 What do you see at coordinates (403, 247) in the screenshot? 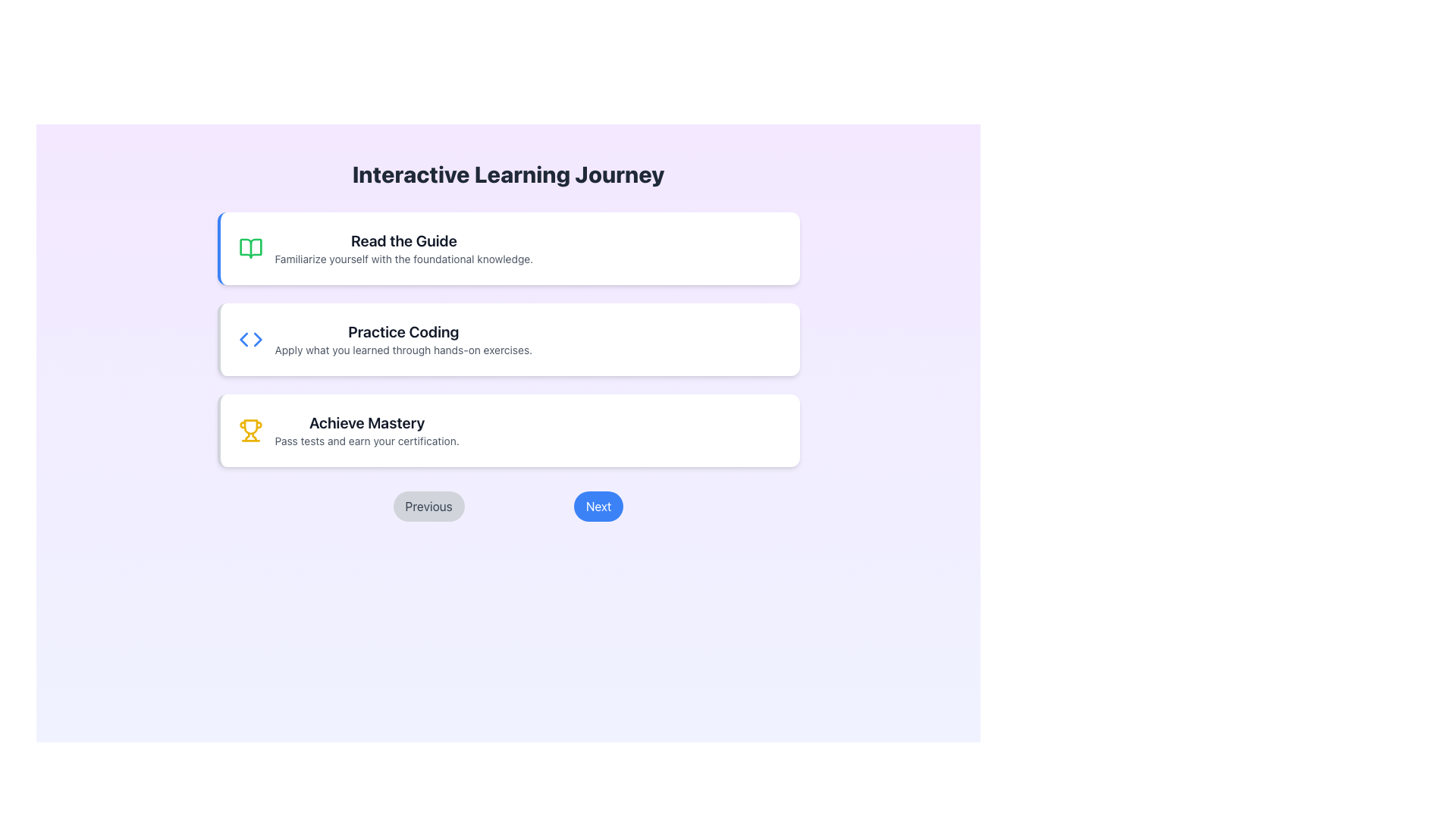
I see `informational title and description displayed in the Text Display Block, which is centrally located beneath the green open book icon and above the 'Practice Coding' and 'Achieve Mastery' sections` at bounding box center [403, 247].